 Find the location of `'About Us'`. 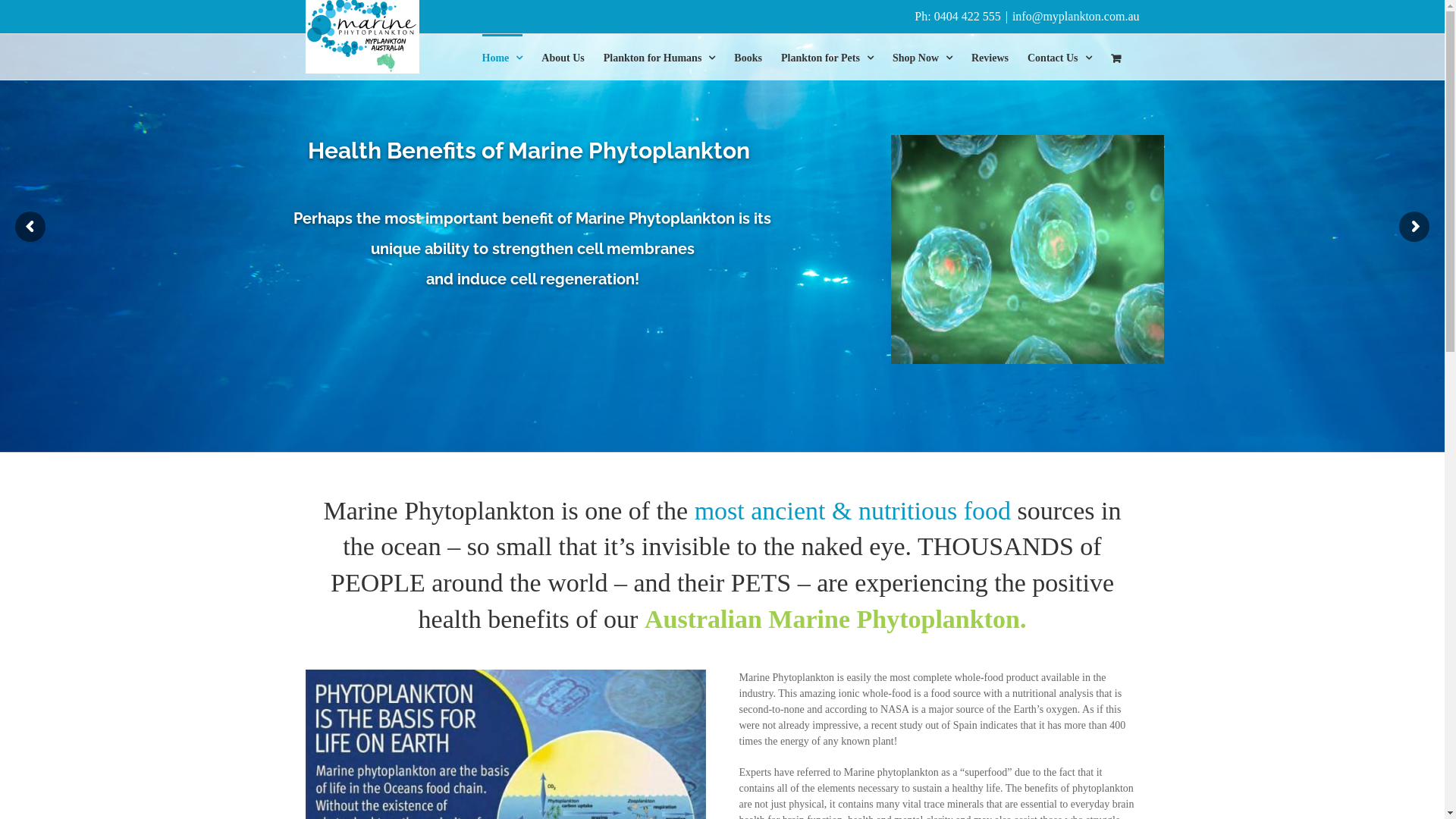

'About Us' is located at coordinates (562, 55).